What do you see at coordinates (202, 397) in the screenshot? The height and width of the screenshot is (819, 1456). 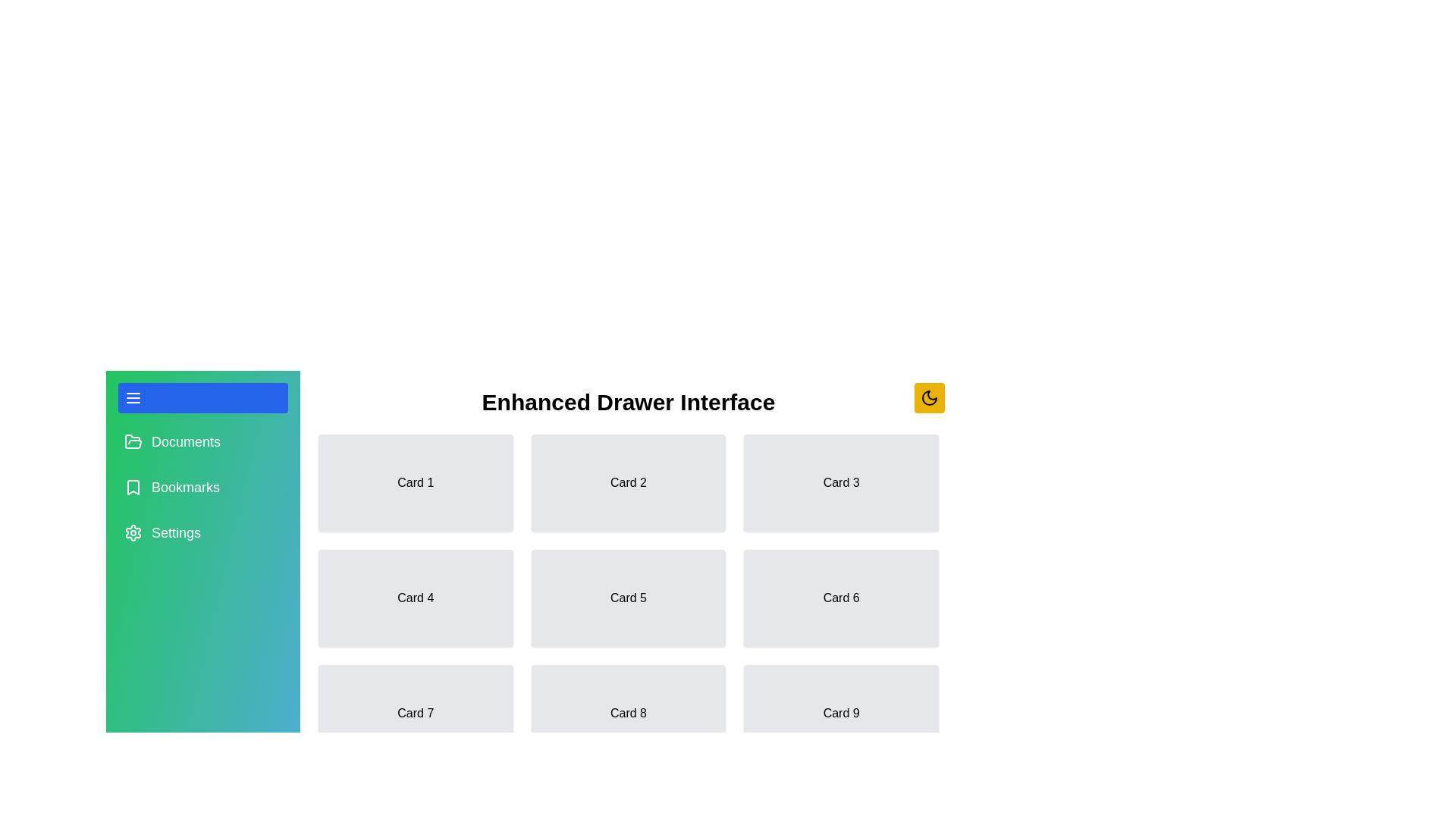 I see `menu button to toggle the drawer state` at bounding box center [202, 397].